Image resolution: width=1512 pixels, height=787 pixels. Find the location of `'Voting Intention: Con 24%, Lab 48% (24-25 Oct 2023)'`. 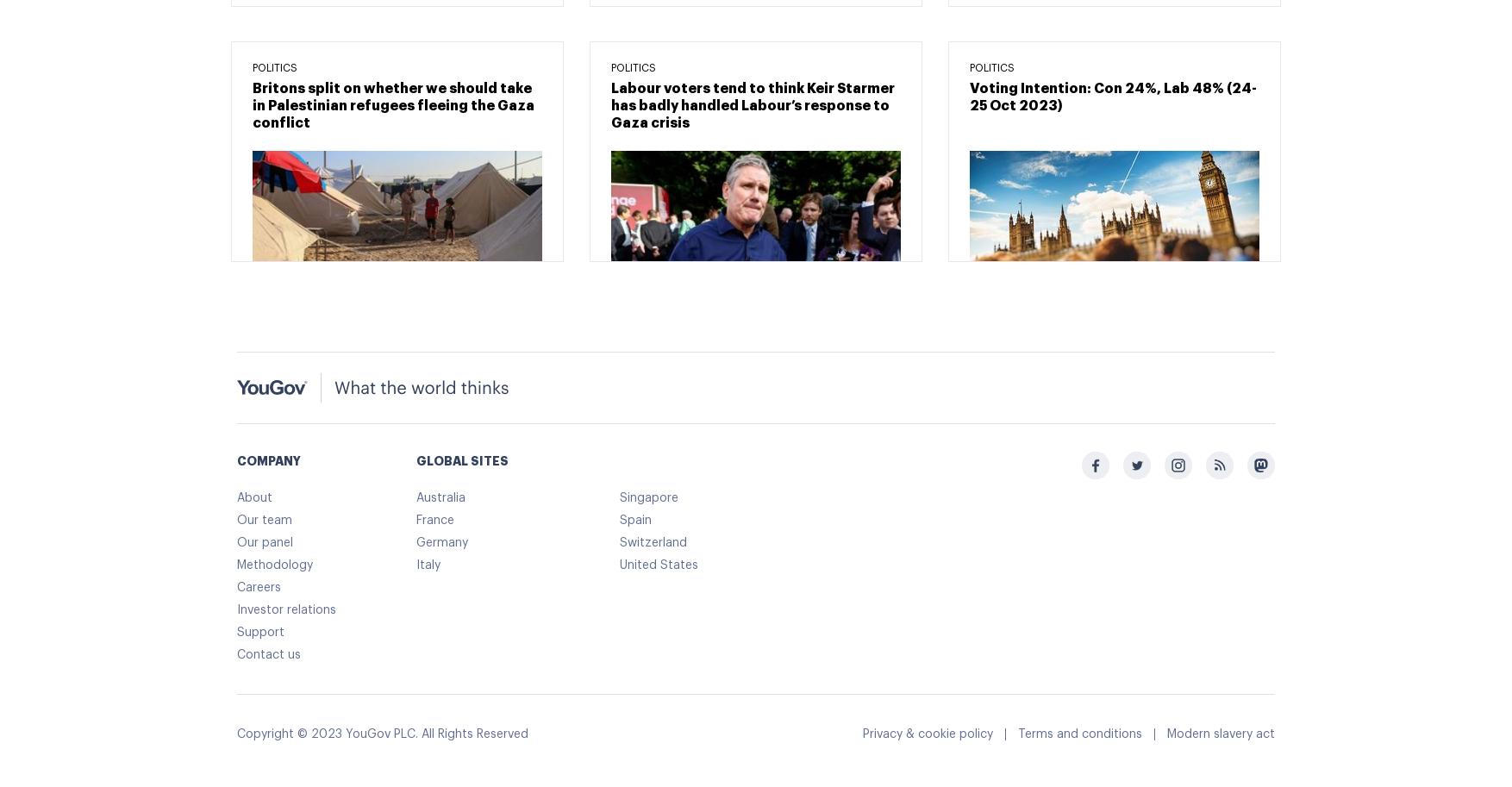

'Voting Intention: Con 24%, Lab 48% (24-25 Oct 2023)' is located at coordinates (1113, 97).